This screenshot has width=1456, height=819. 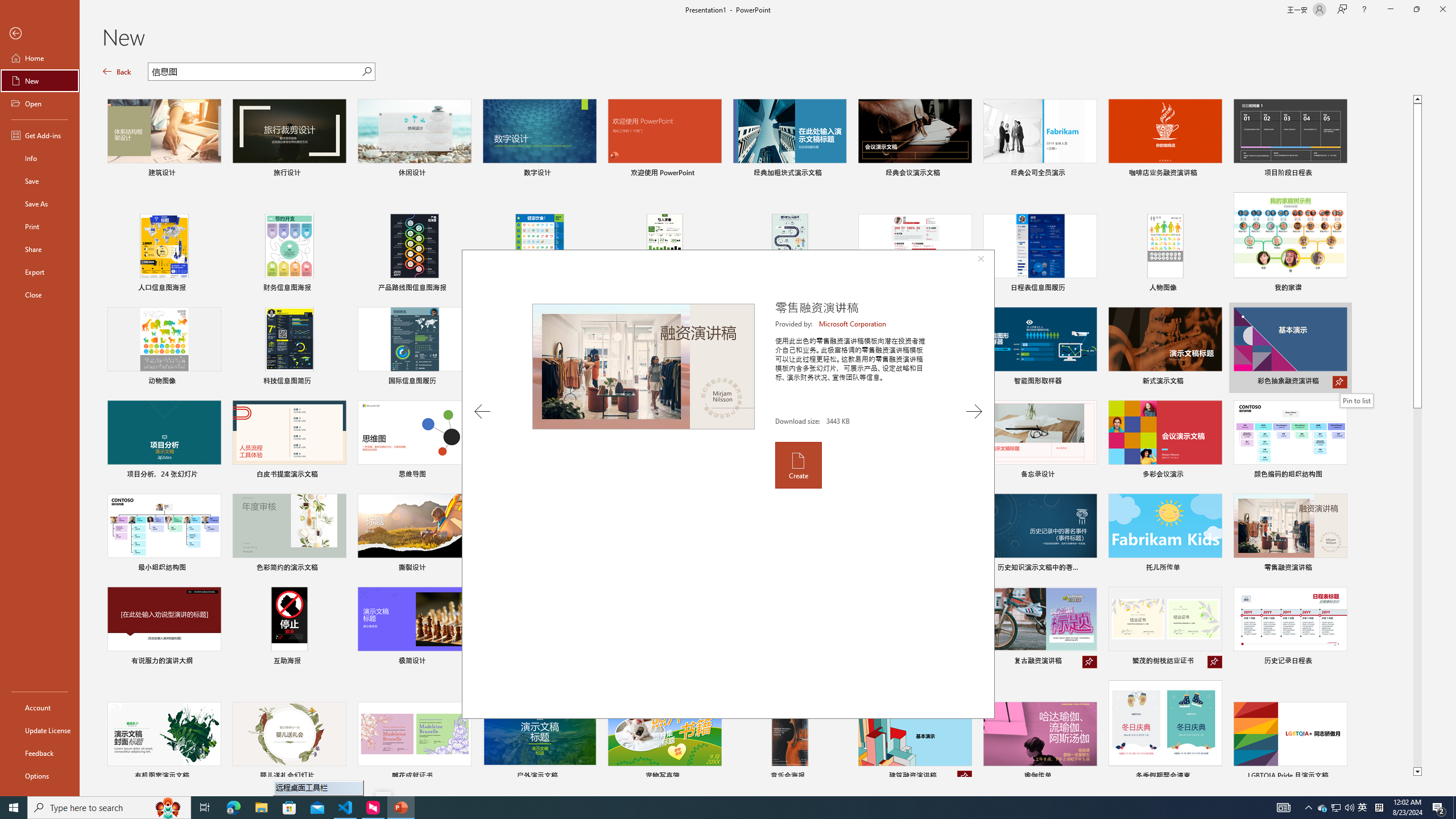 What do you see at coordinates (39, 708) in the screenshot?
I see `'Account'` at bounding box center [39, 708].